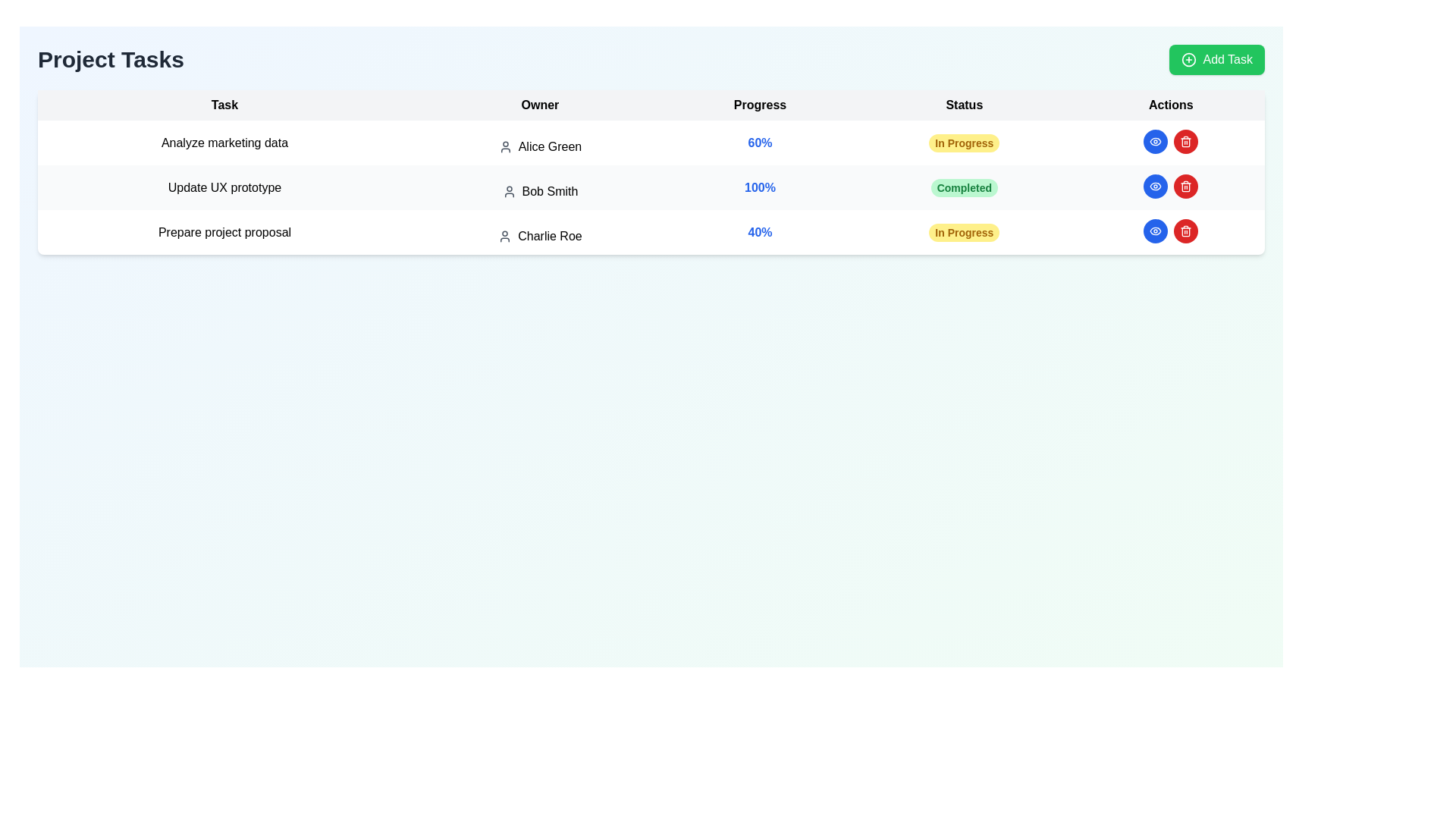  What do you see at coordinates (539, 191) in the screenshot?
I see `the text element displaying 'Bob Smith', which is accompanied by a user profile icon, located in the second row of the table under the 'Owner' column` at bounding box center [539, 191].